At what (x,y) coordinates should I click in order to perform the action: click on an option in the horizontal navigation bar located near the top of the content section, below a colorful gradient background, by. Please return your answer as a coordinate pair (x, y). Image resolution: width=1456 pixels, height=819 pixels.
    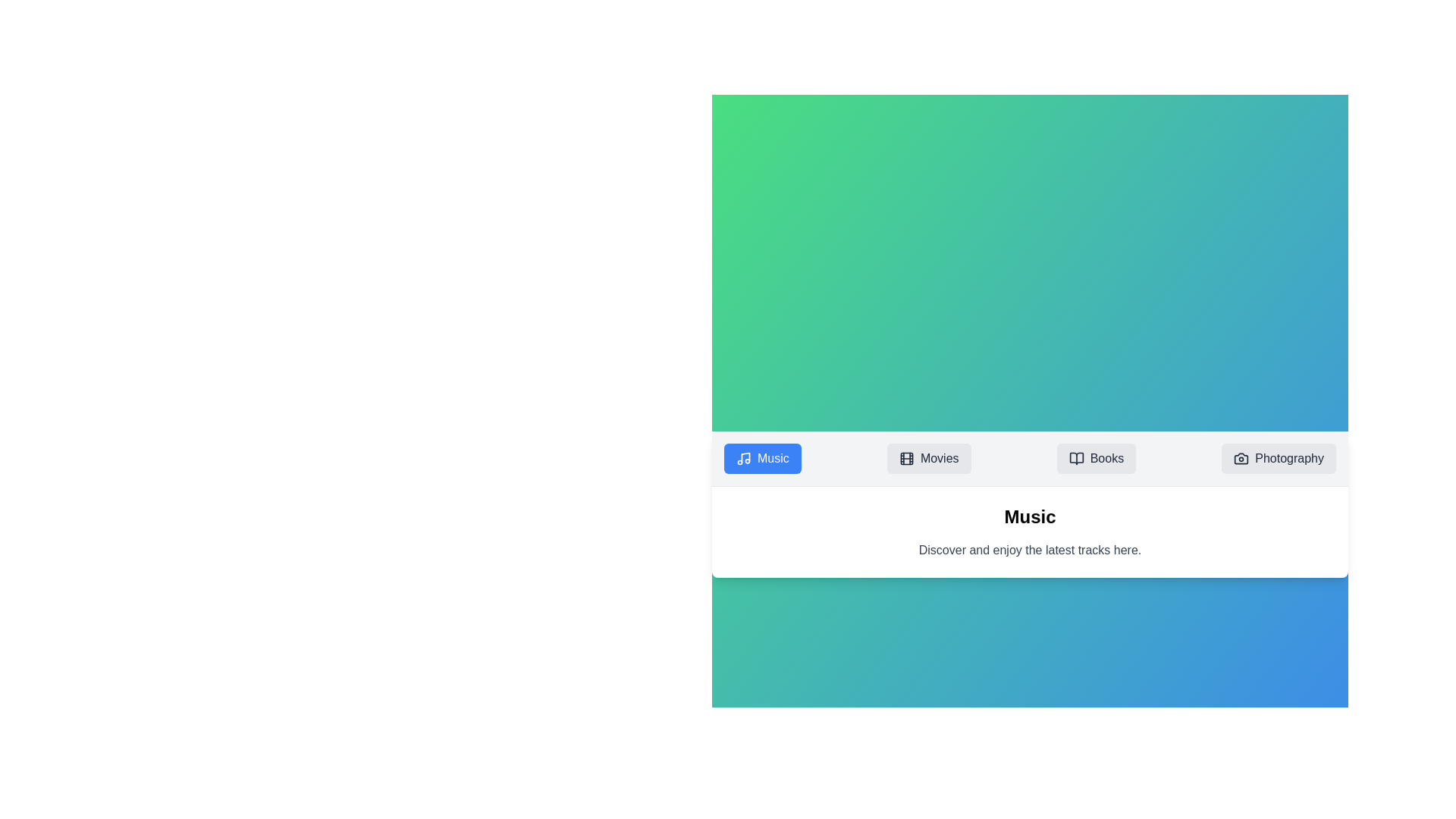
    Looking at the image, I should click on (1030, 458).